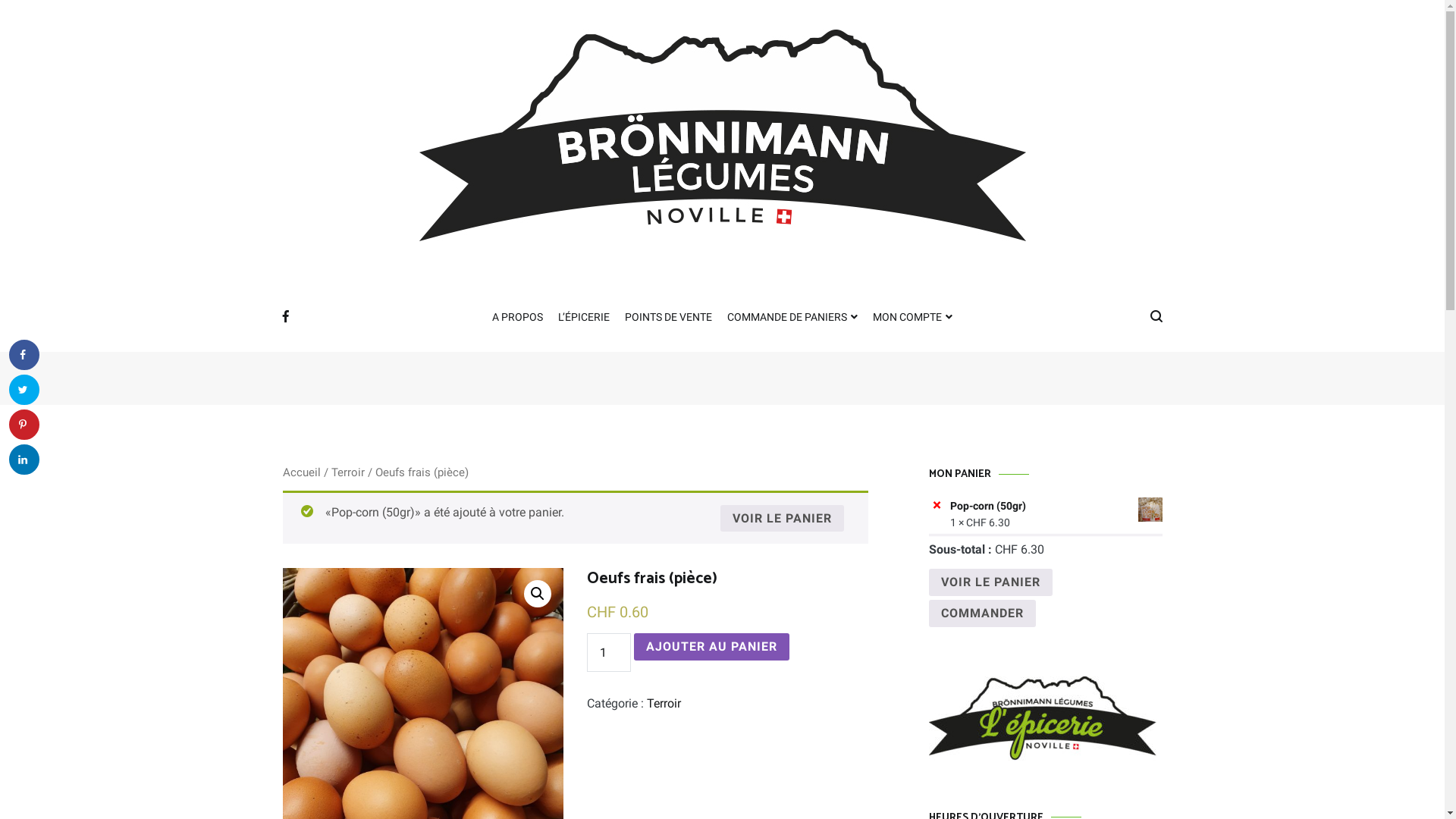  What do you see at coordinates (625, 317) in the screenshot?
I see `'POINTS DE VENTE'` at bounding box center [625, 317].